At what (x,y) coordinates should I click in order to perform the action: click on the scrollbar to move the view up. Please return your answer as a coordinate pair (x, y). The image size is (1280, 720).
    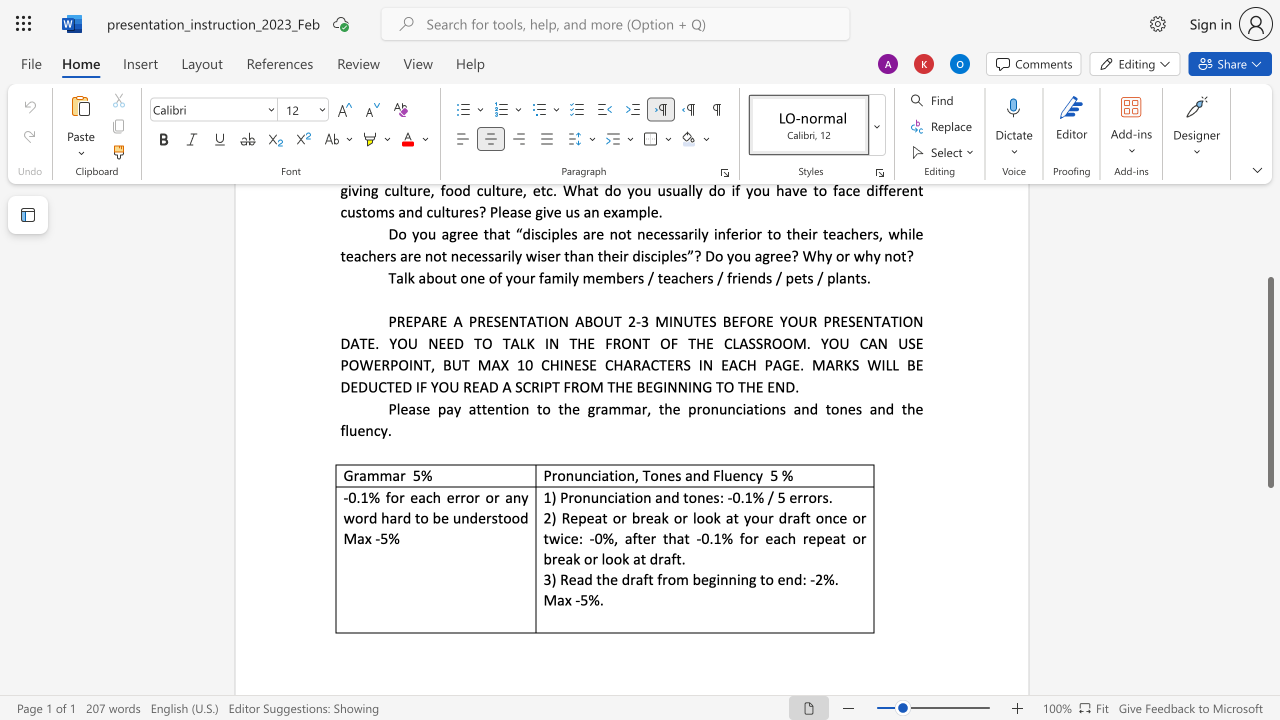
    Looking at the image, I should click on (1269, 220).